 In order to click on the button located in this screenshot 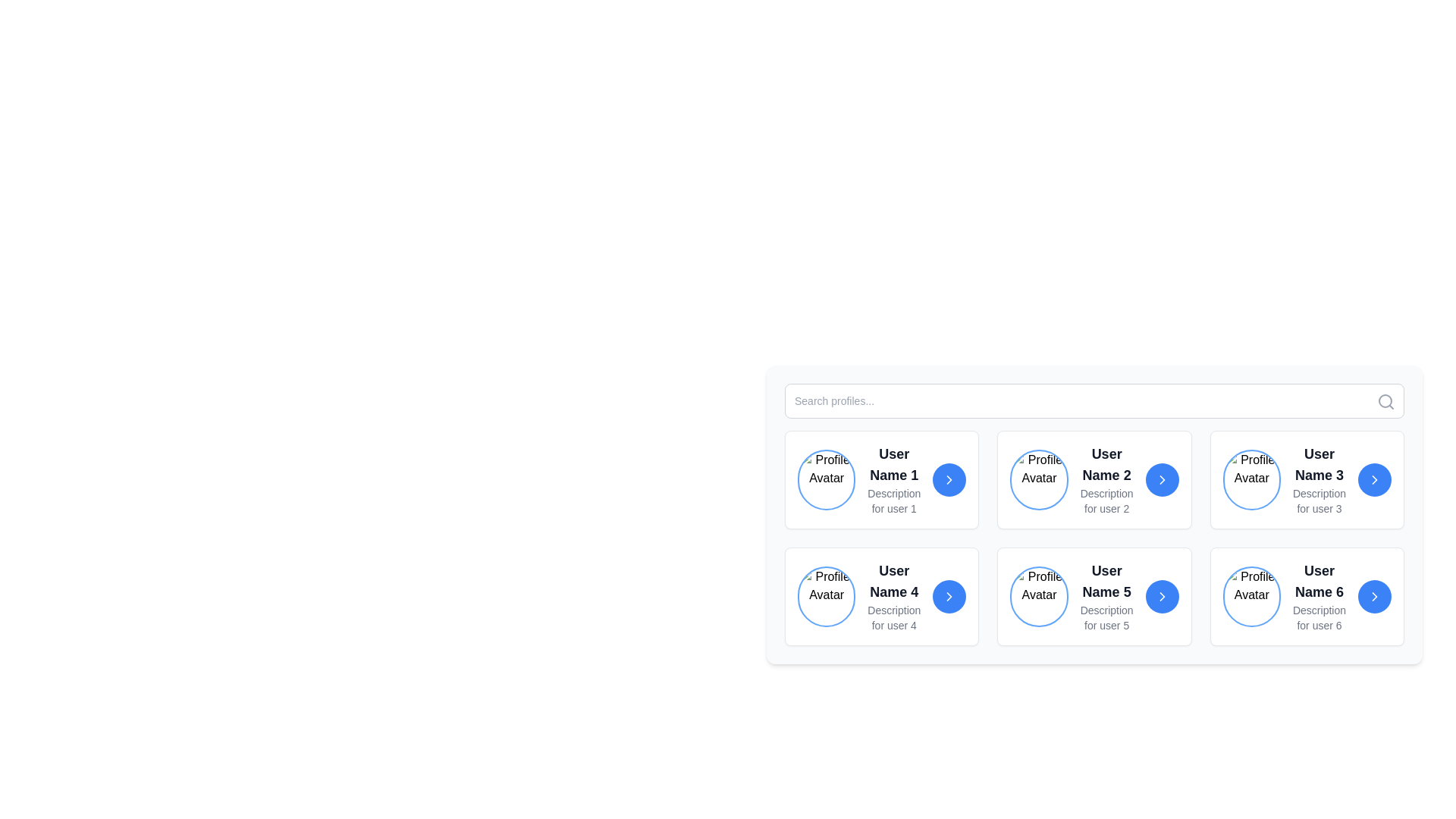, I will do `click(1161, 595)`.